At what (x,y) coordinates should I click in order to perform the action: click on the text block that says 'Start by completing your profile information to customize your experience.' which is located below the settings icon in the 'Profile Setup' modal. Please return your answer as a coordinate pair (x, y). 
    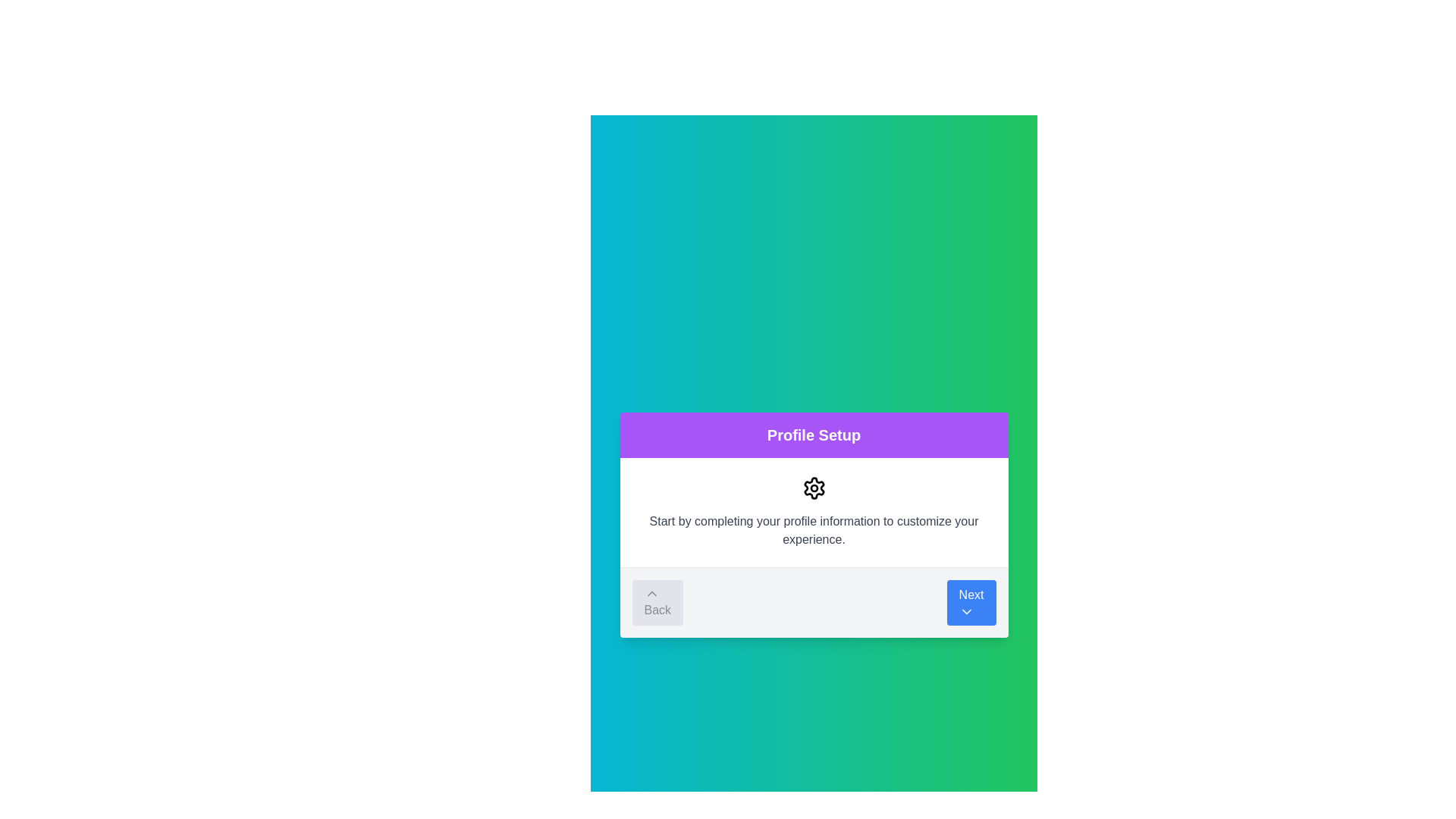
    Looking at the image, I should click on (813, 529).